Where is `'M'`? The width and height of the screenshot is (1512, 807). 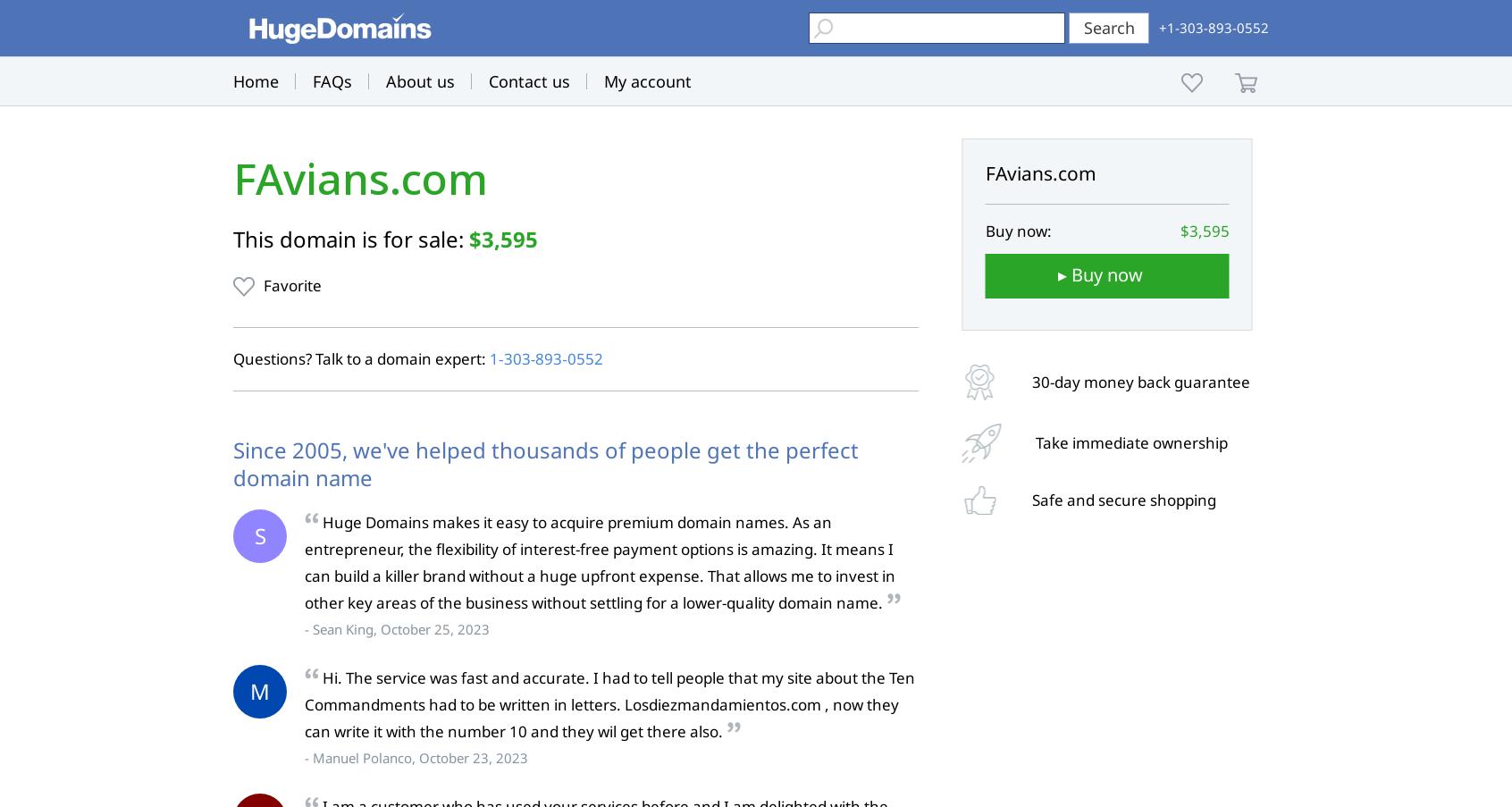
'M' is located at coordinates (259, 691).